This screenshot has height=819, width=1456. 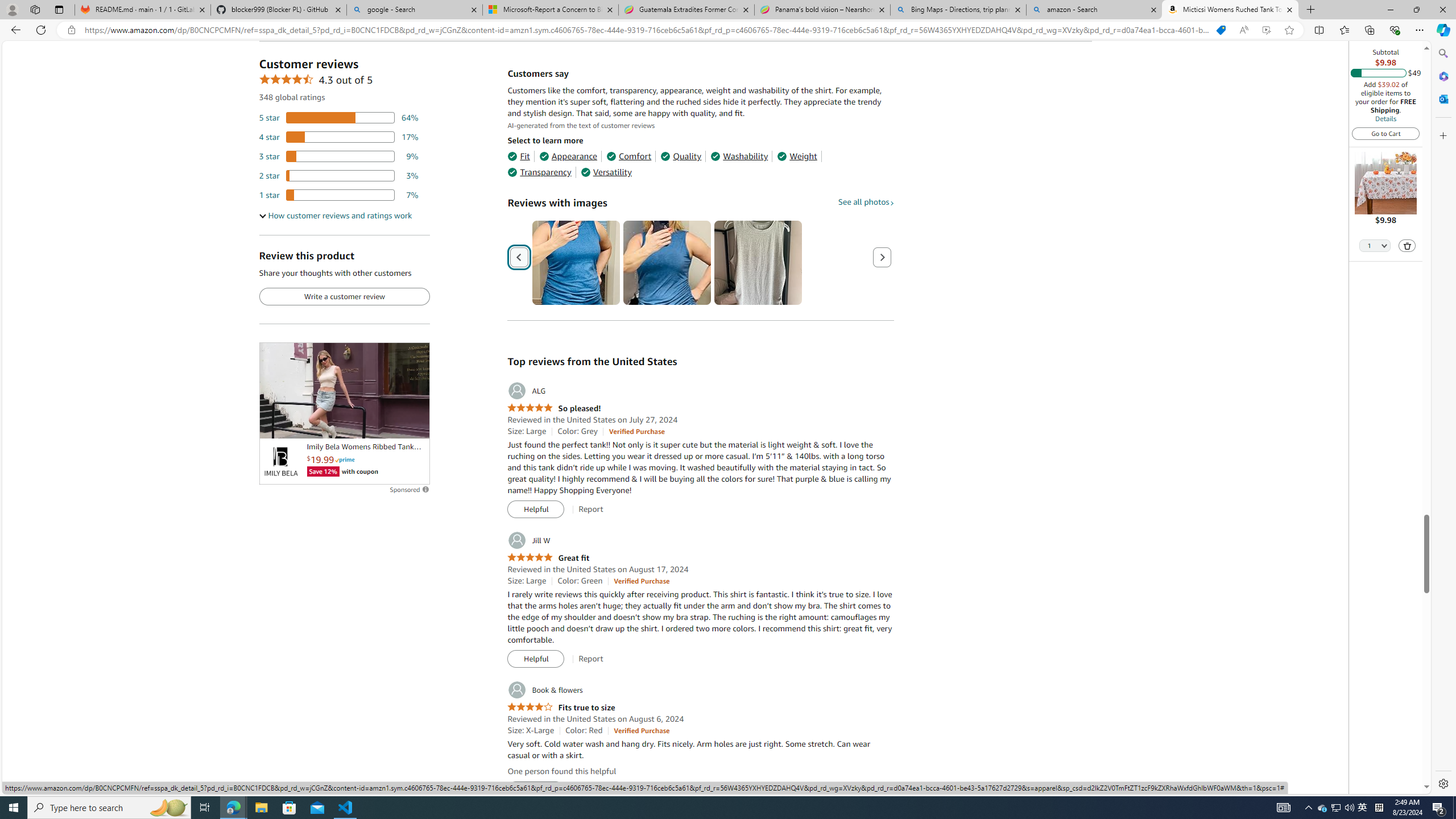 What do you see at coordinates (547, 557) in the screenshot?
I see `'5.0 out of 5 stars Great fit'` at bounding box center [547, 557].